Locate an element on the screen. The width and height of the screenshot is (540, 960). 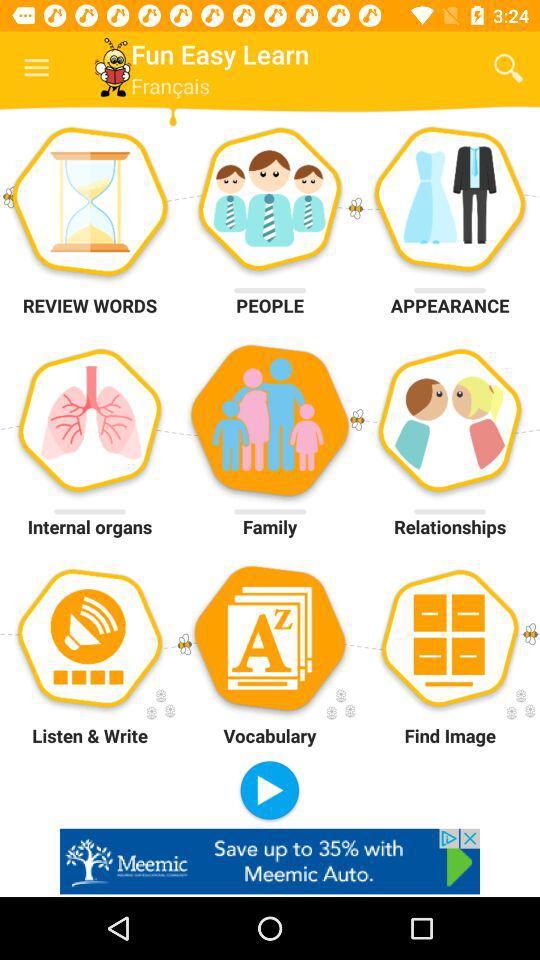
the option is located at coordinates (269, 791).